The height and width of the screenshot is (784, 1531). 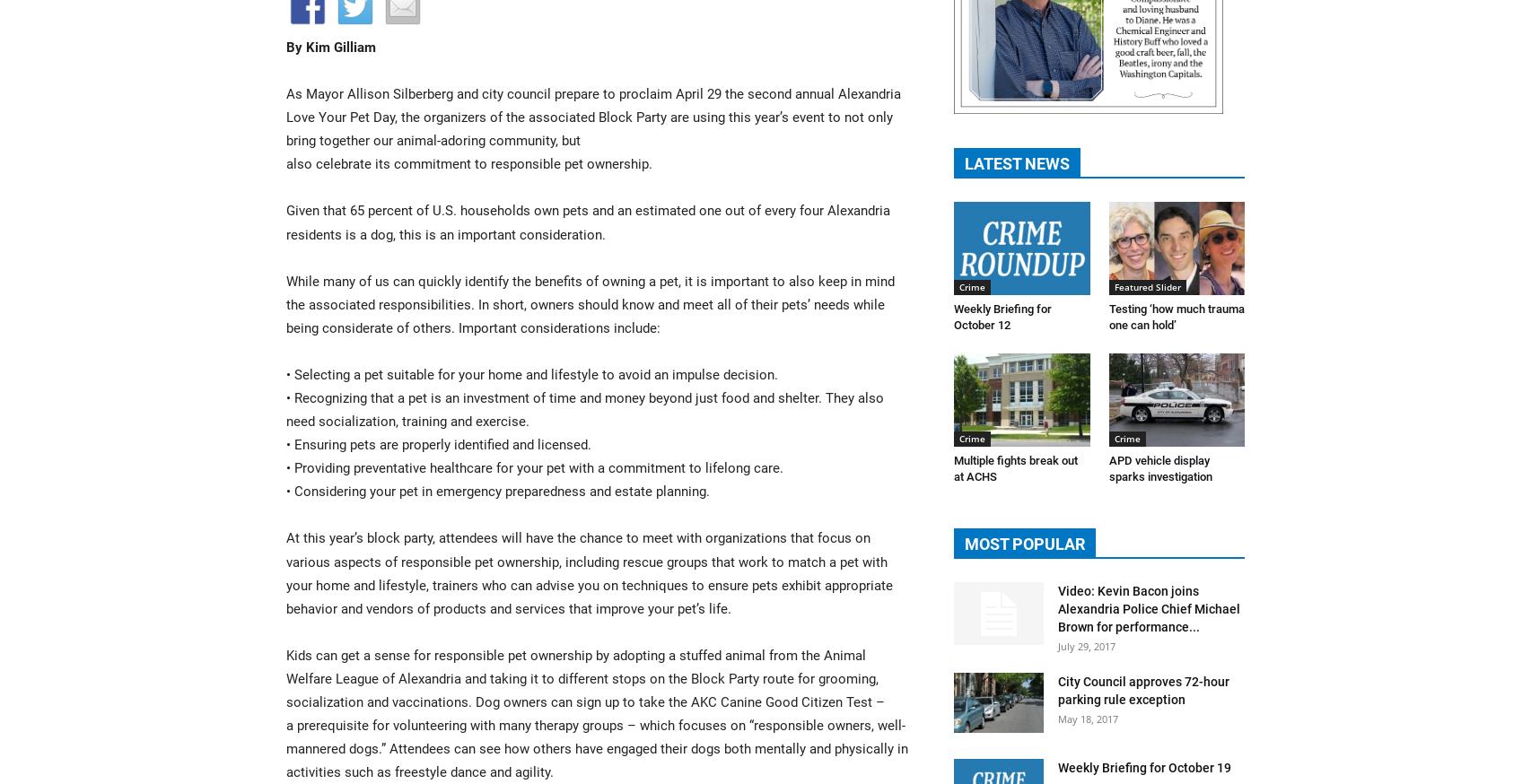 What do you see at coordinates (588, 571) in the screenshot?
I see `'At this year’s block party, attendees will have the chance to meet with organizations that focus on various aspects of responsible pet ownership, including rescue groups that work to match a pet with your home and lifestyle, trainers who can advise you on techniques to ensure pets exhibit appropriate behavior and vendors of products and services that improve your pet’s life.'` at bounding box center [588, 571].